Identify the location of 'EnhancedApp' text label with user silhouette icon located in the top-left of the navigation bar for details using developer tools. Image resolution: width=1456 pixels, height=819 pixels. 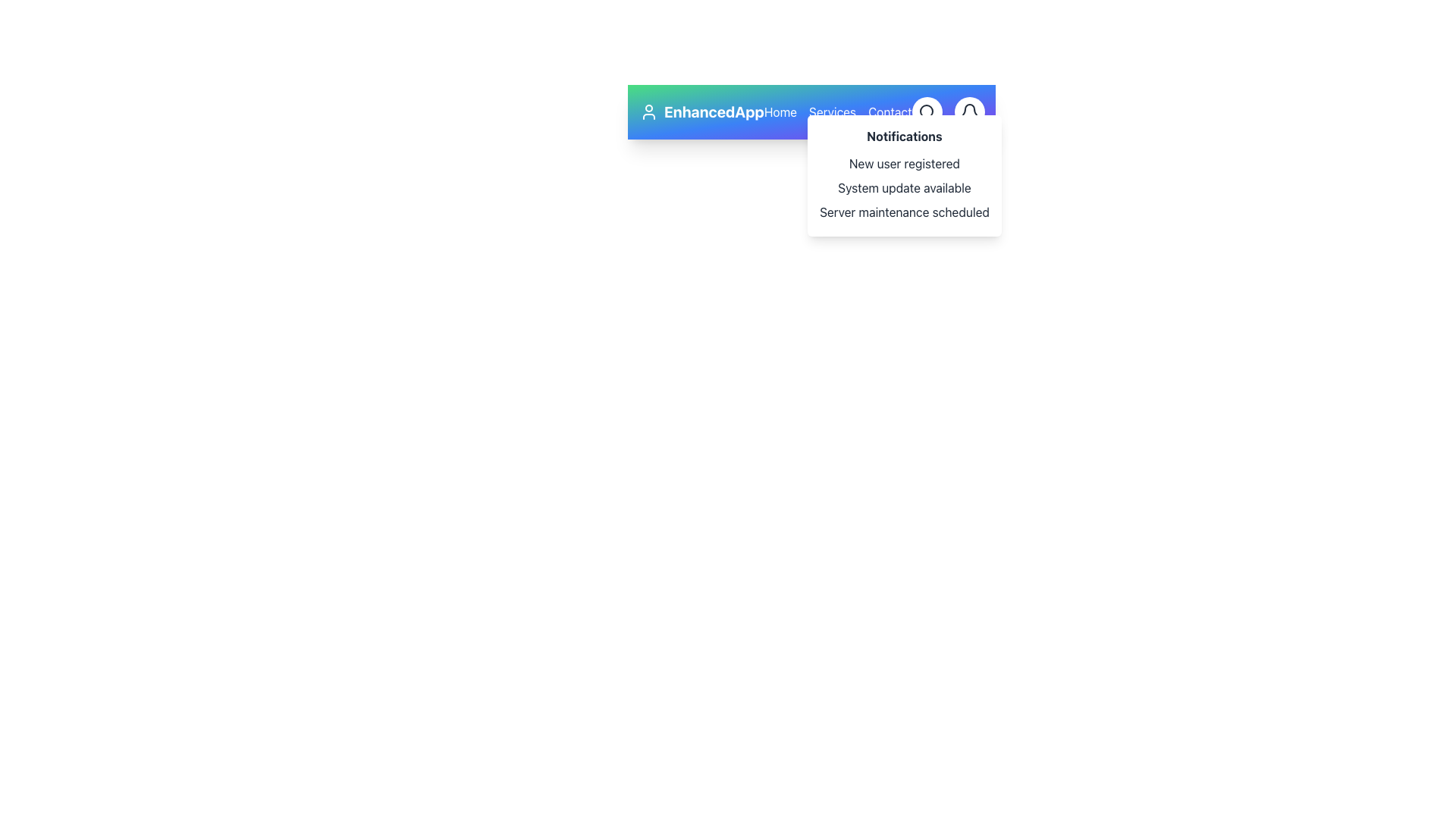
(701, 111).